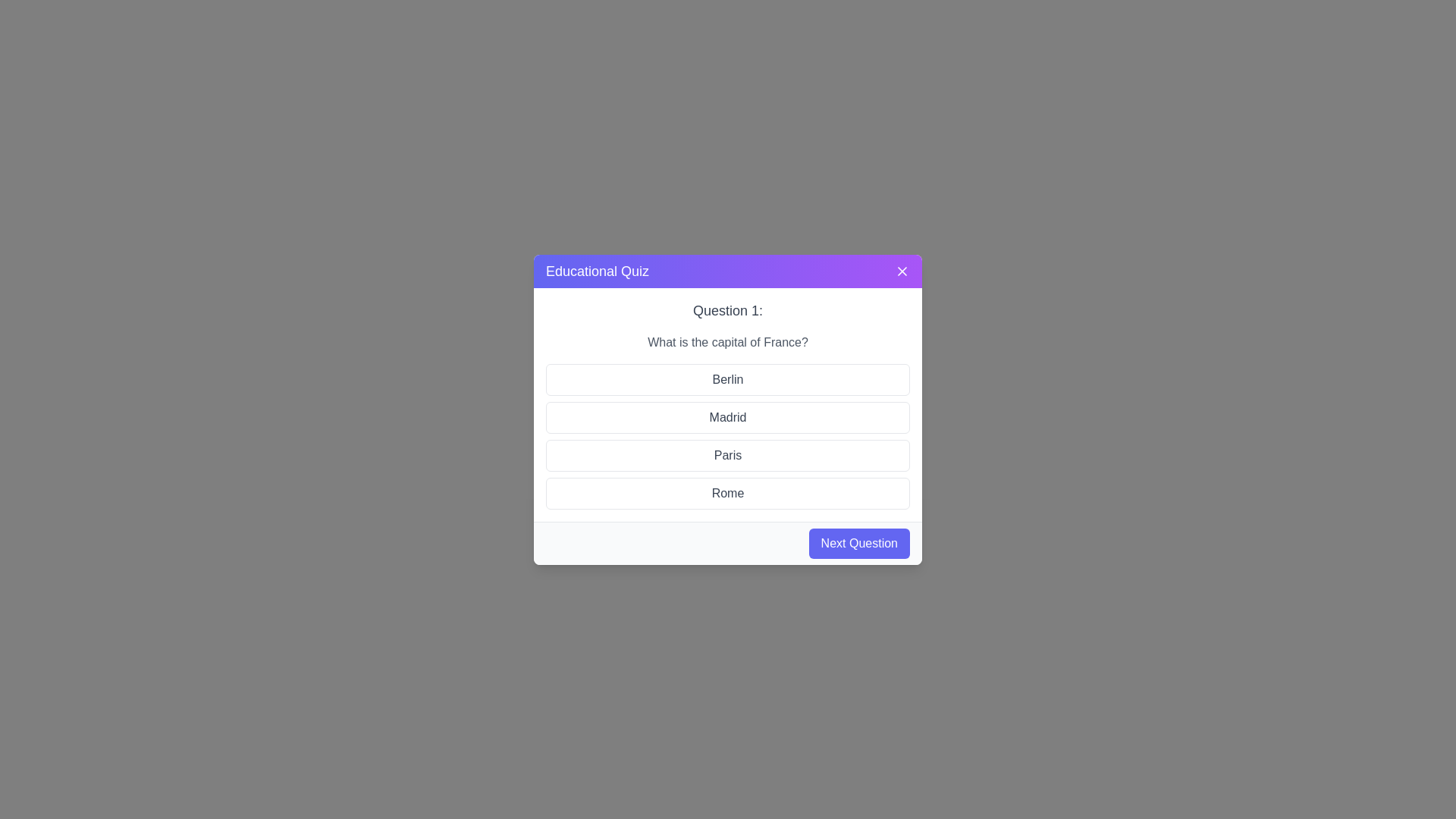  I want to click on the 'Berlin' button, which is the first option in the modal dialog titled 'Educational Quiz', so click(728, 378).